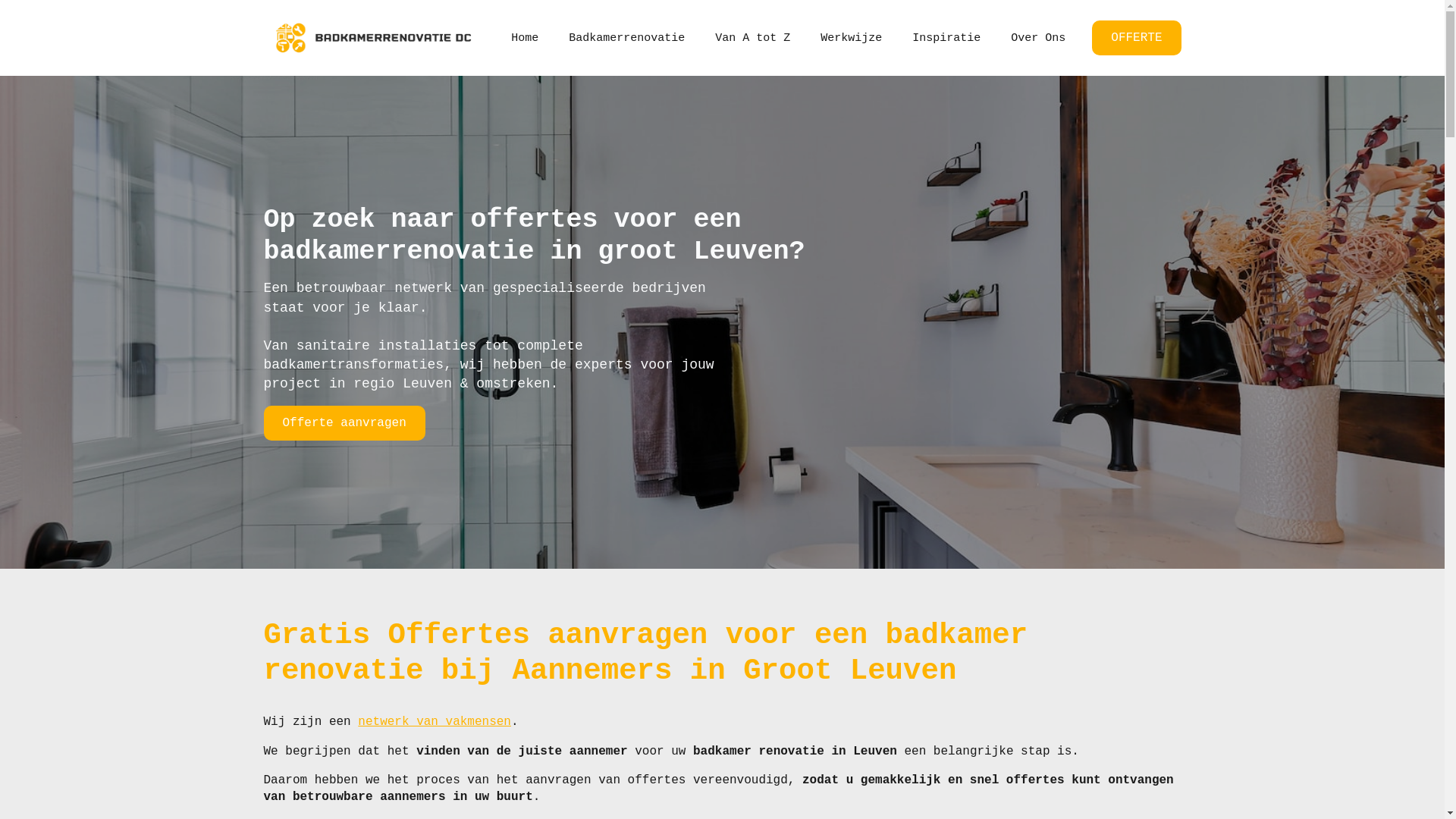  What do you see at coordinates (896, 36) in the screenshot?
I see `'Inspiratie'` at bounding box center [896, 36].